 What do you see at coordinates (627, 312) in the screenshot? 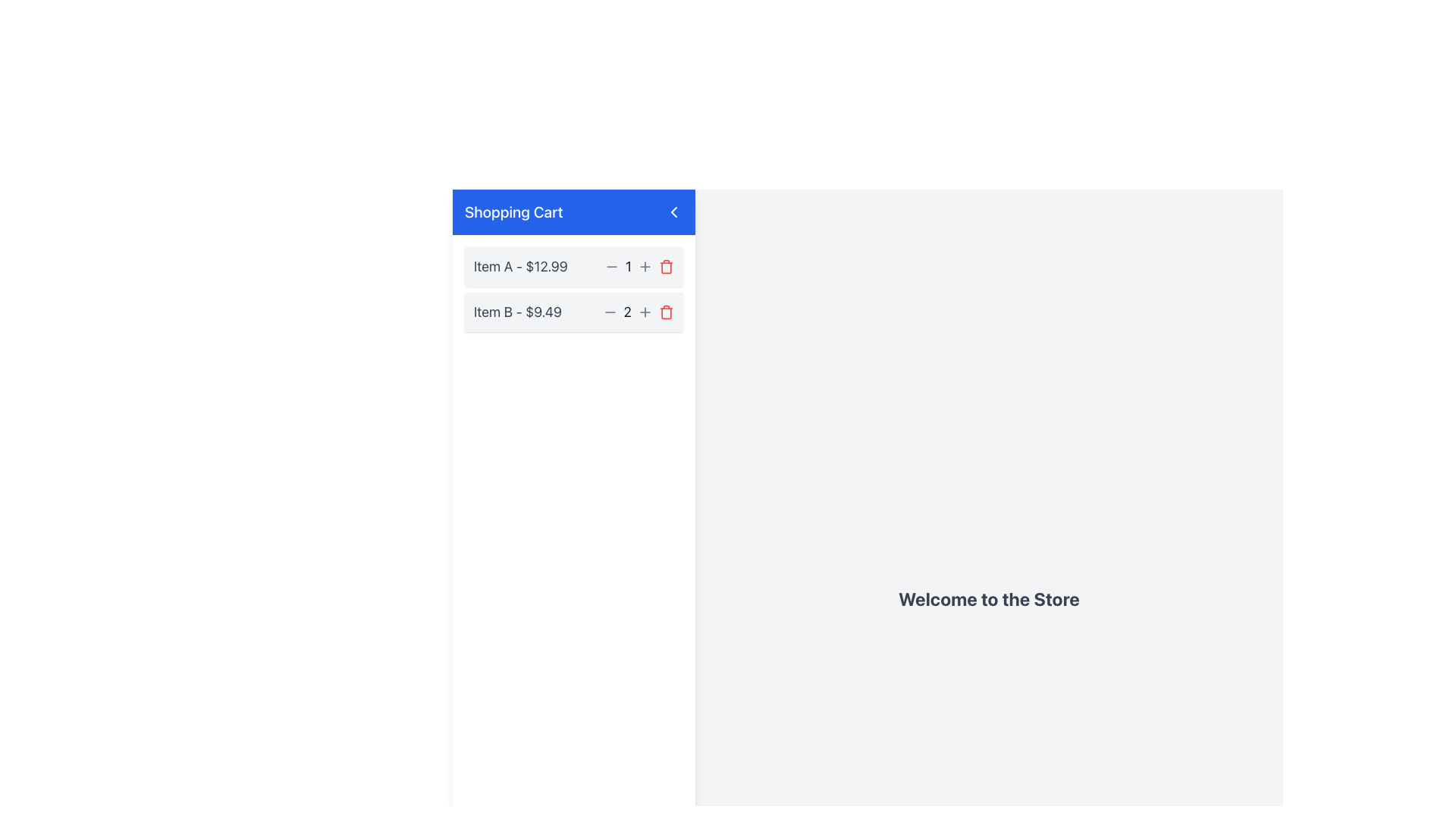
I see `the quantity display for 'Item B - $9.49' in the shopping cart, located between the decrement and increment buttons in the second row` at bounding box center [627, 312].